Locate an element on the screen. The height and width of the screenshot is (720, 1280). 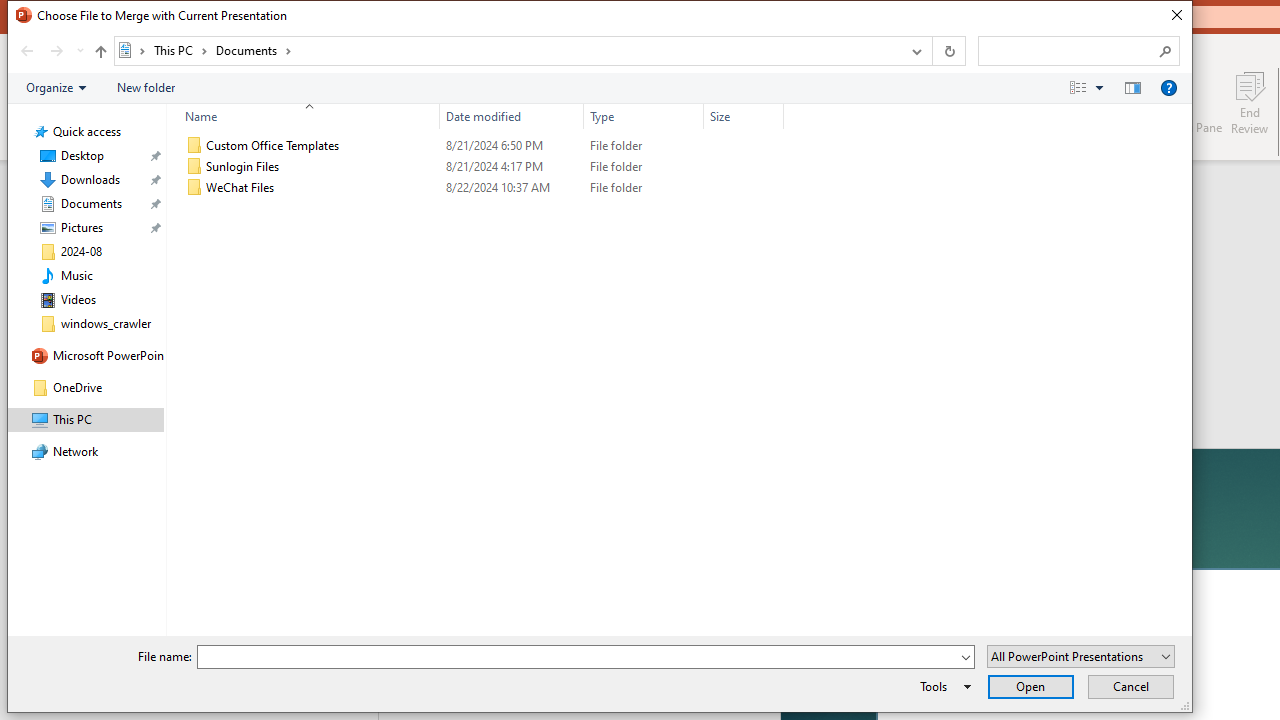
'Navigation buttons' is located at coordinates (50, 50).